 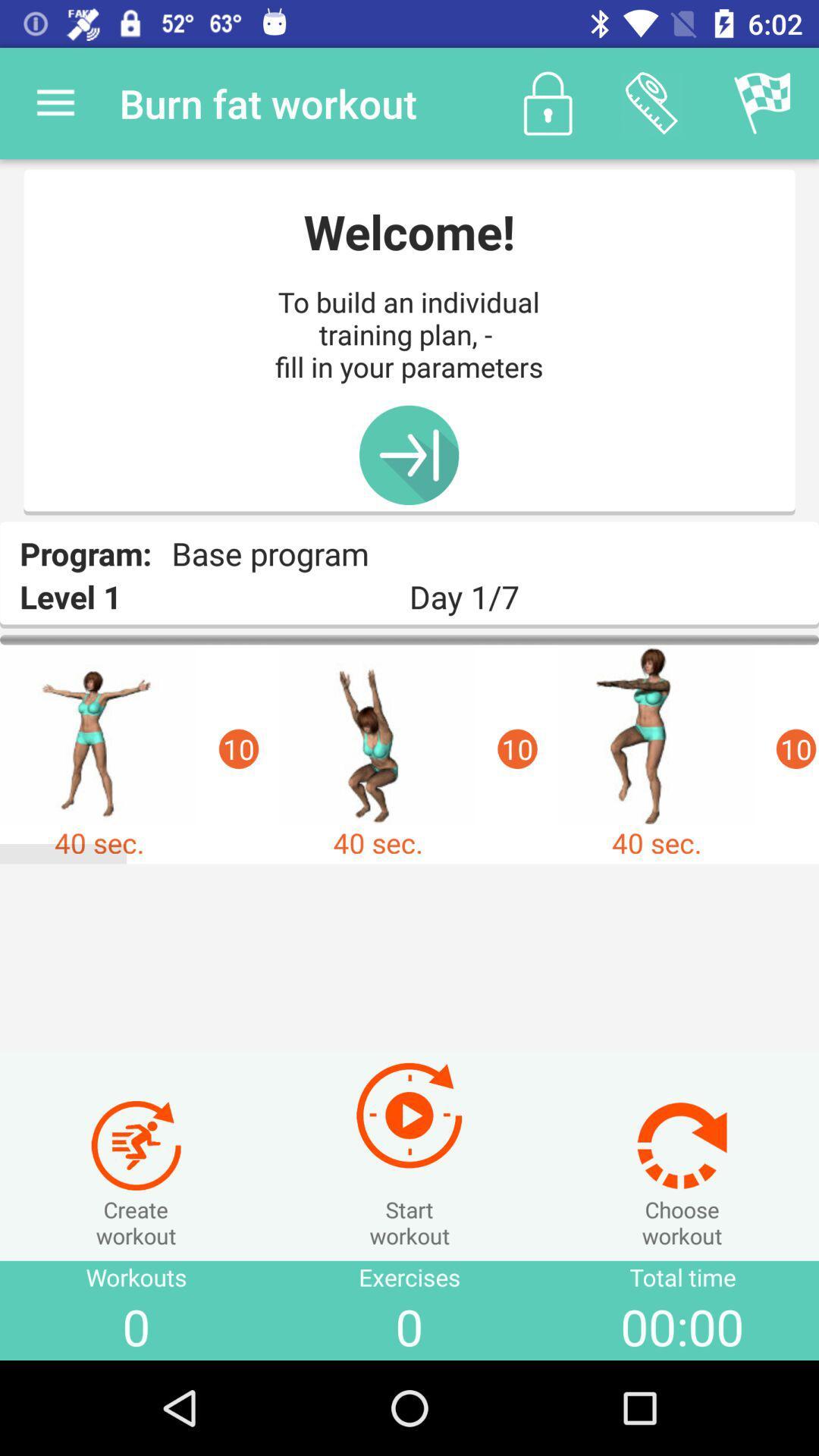 I want to click on the app next to the burn fat workout item, so click(x=55, y=102).